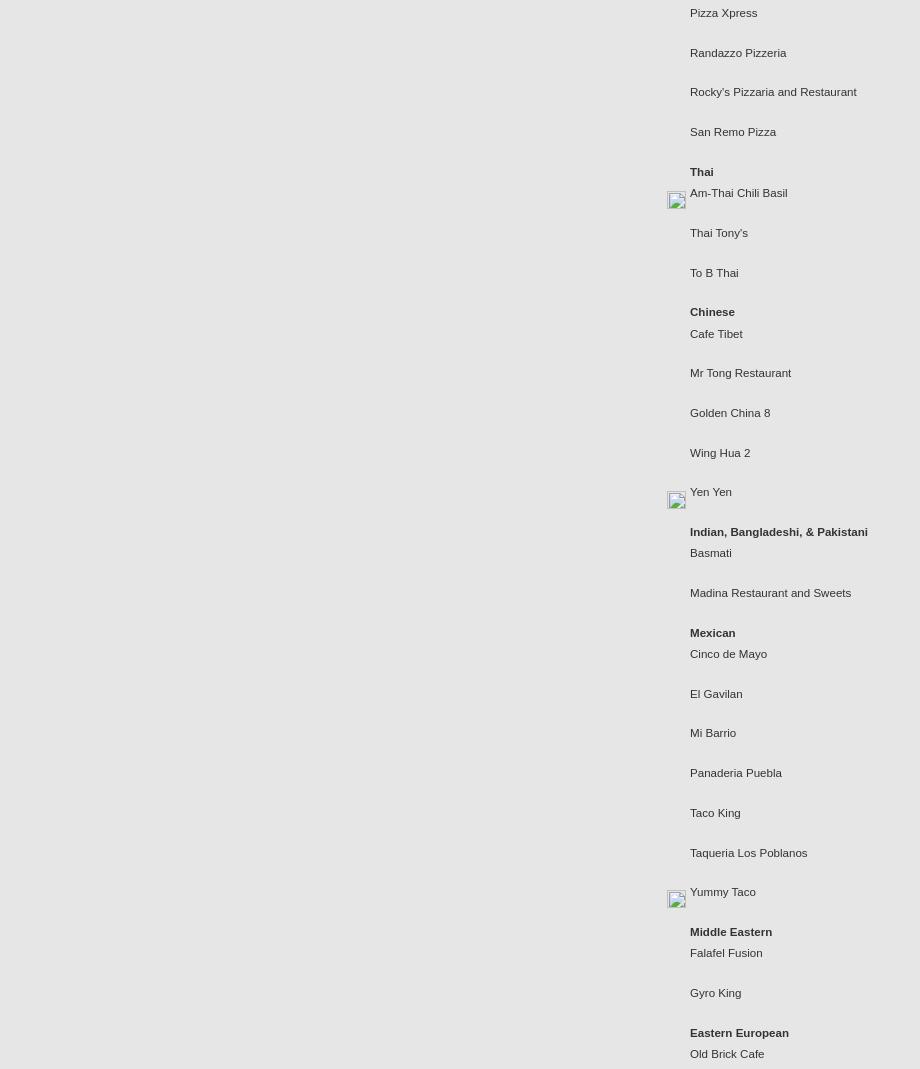 The height and width of the screenshot is (1069, 920). I want to click on 'Yen Yen', so click(710, 490).